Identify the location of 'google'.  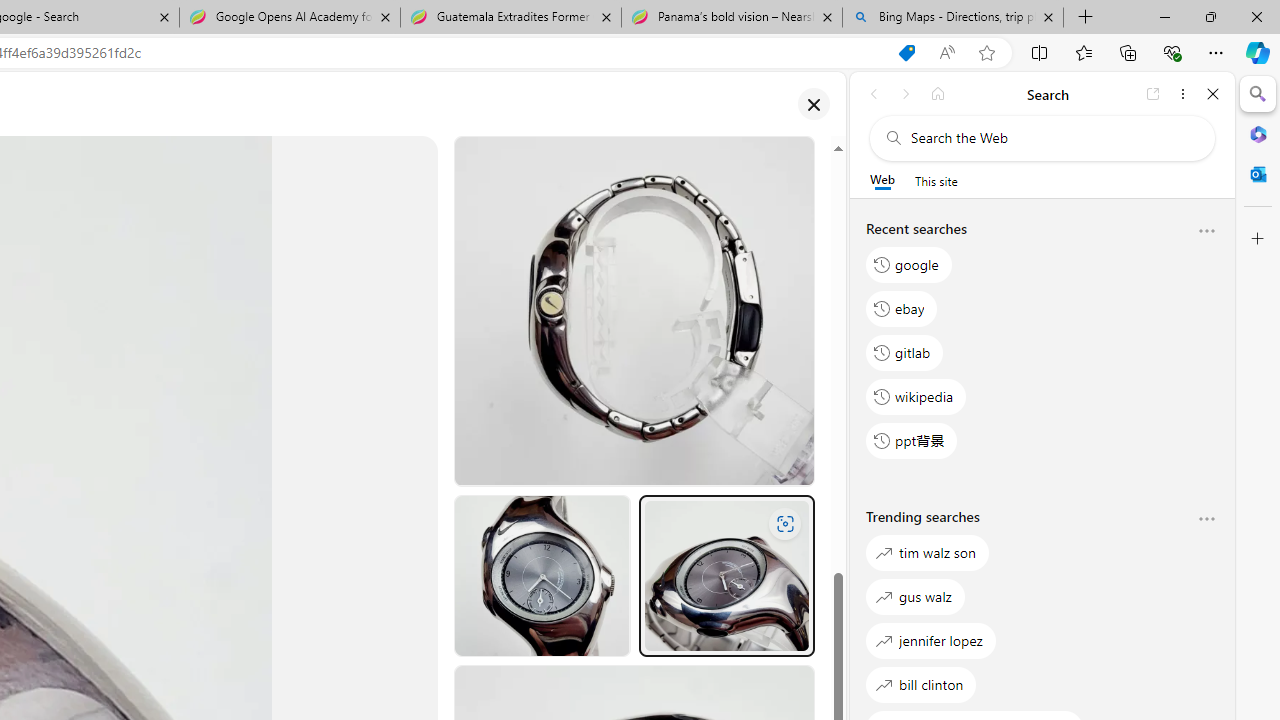
(908, 263).